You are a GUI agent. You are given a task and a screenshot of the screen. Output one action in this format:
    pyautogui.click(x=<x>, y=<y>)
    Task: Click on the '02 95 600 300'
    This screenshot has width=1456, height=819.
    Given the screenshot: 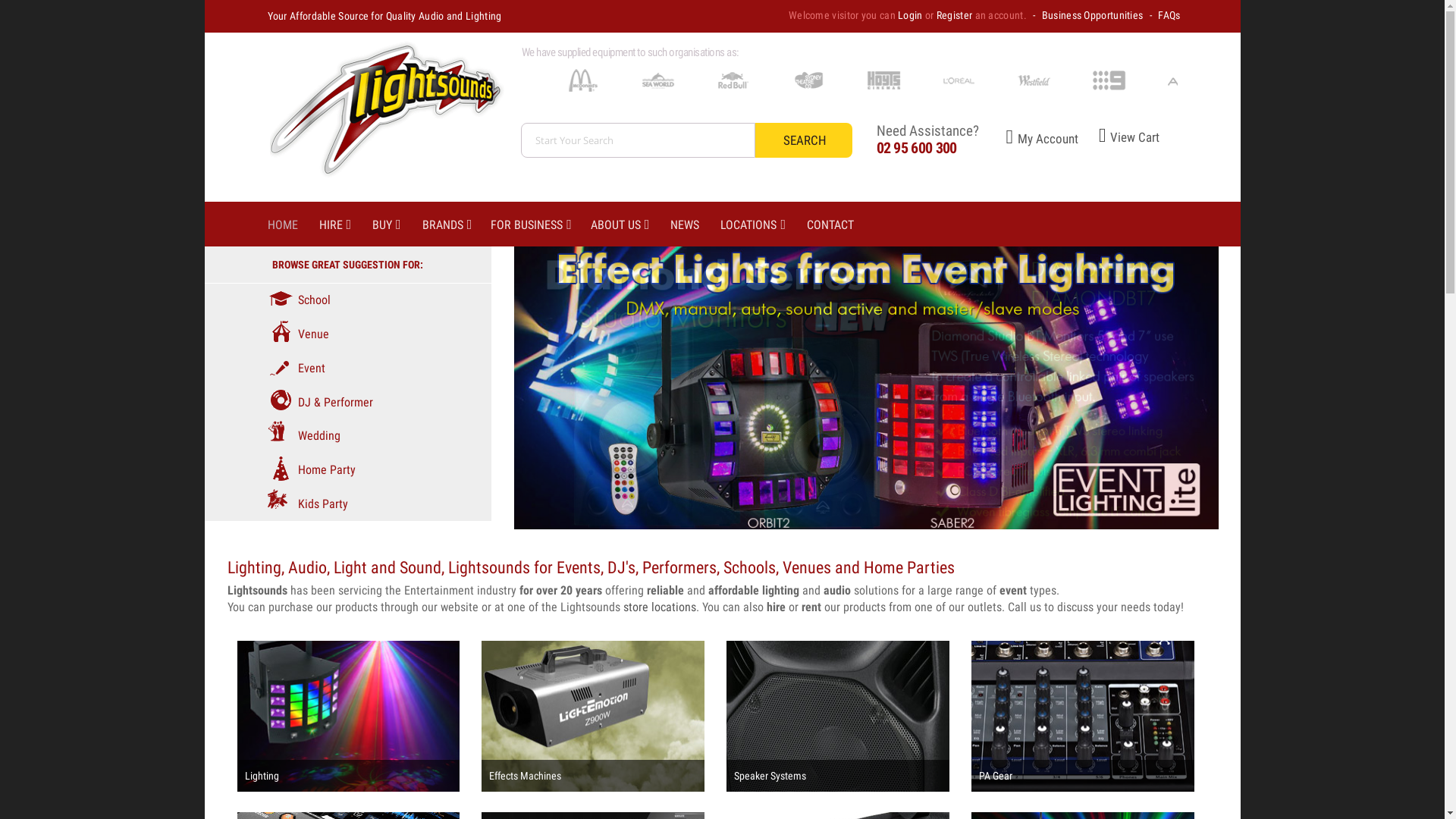 What is the action you would take?
    pyautogui.click(x=916, y=148)
    